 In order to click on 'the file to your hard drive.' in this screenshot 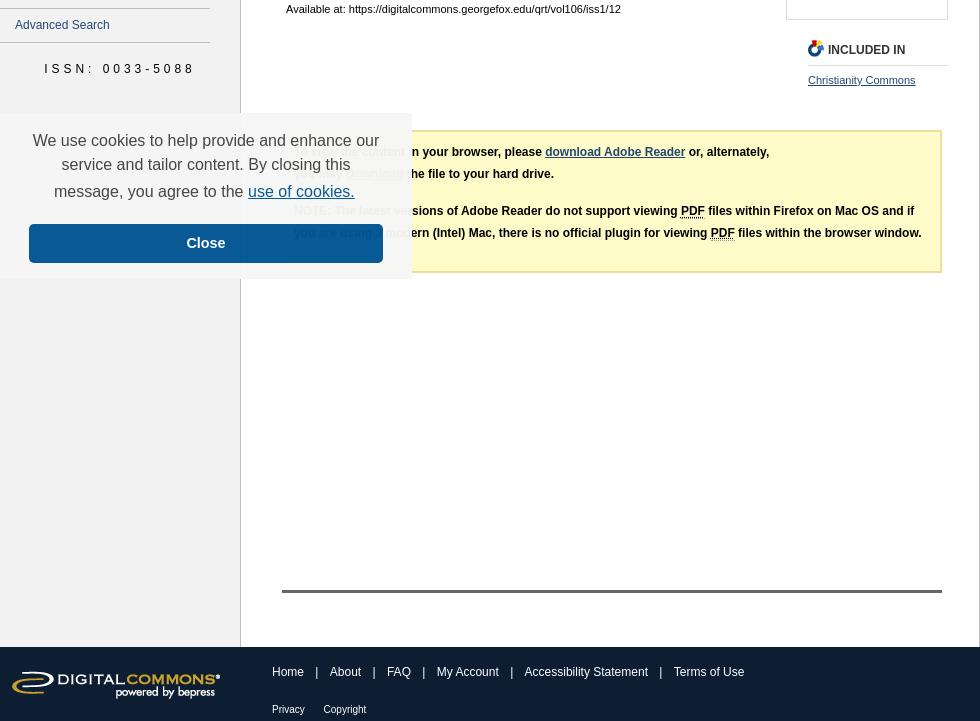, I will do `click(478, 171)`.